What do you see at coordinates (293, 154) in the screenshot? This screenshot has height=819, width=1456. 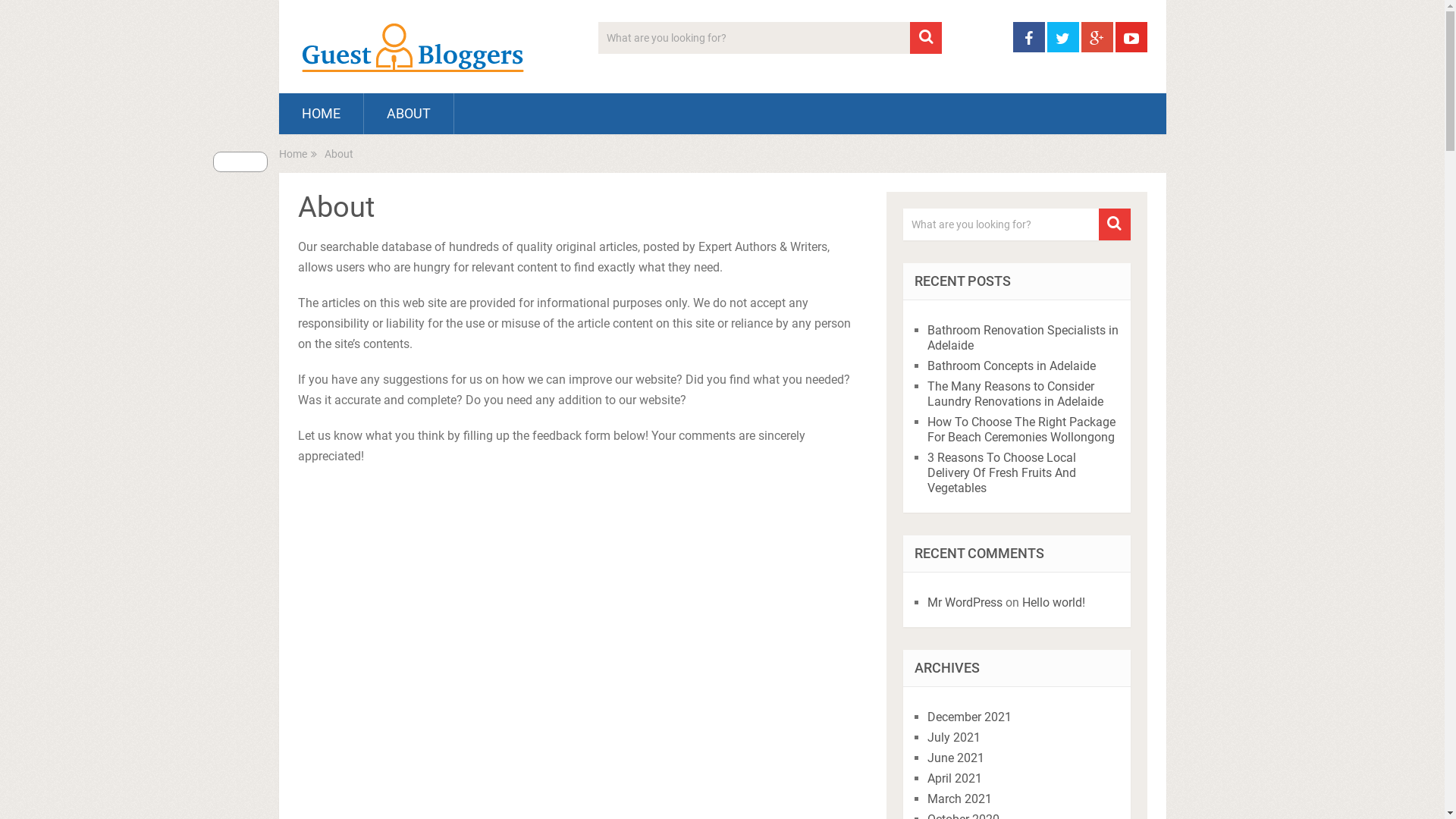 I see `'Home'` at bounding box center [293, 154].